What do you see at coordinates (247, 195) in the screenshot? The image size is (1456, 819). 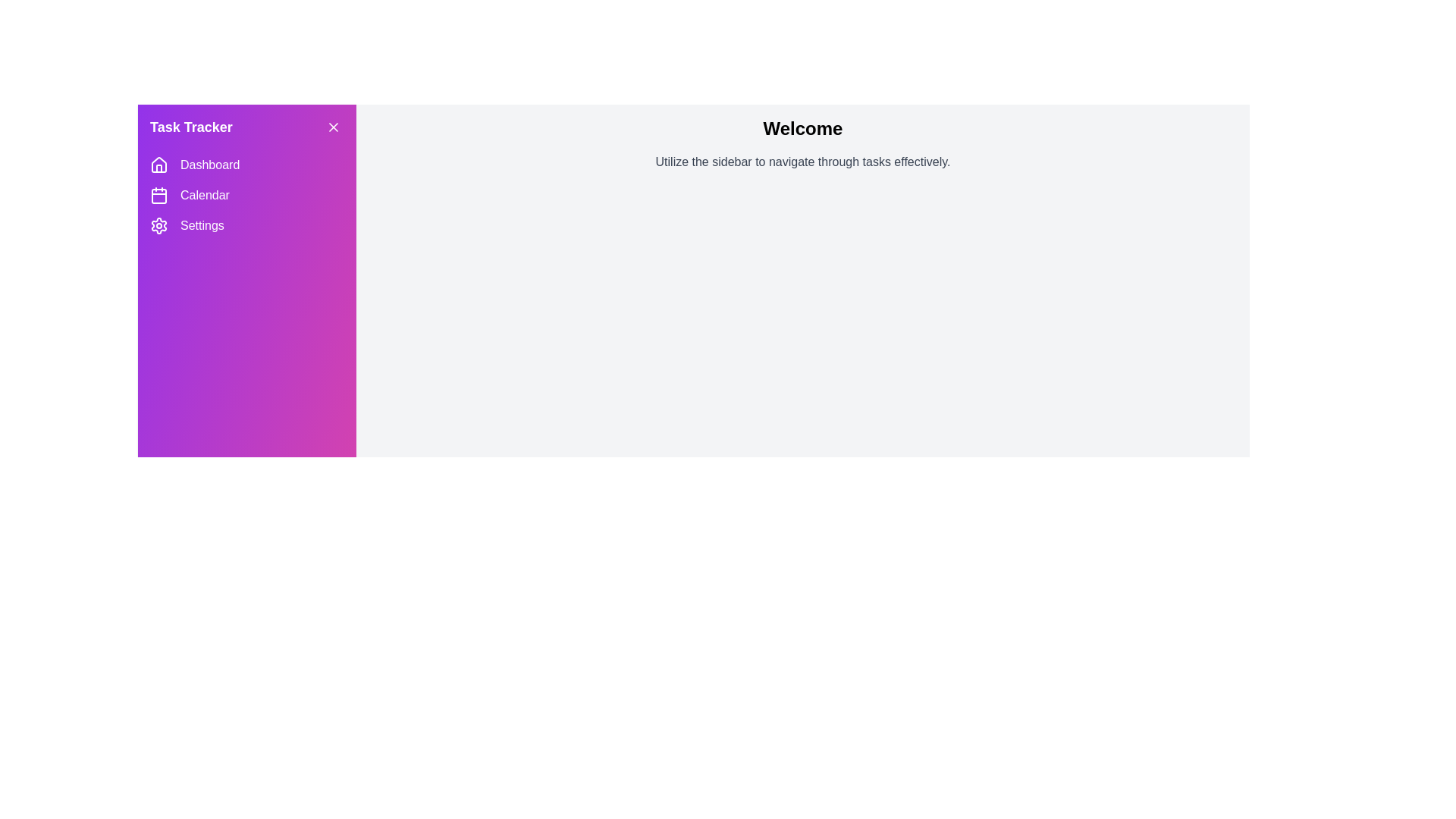 I see `the menu item Calendar in the sidebar` at bounding box center [247, 195].